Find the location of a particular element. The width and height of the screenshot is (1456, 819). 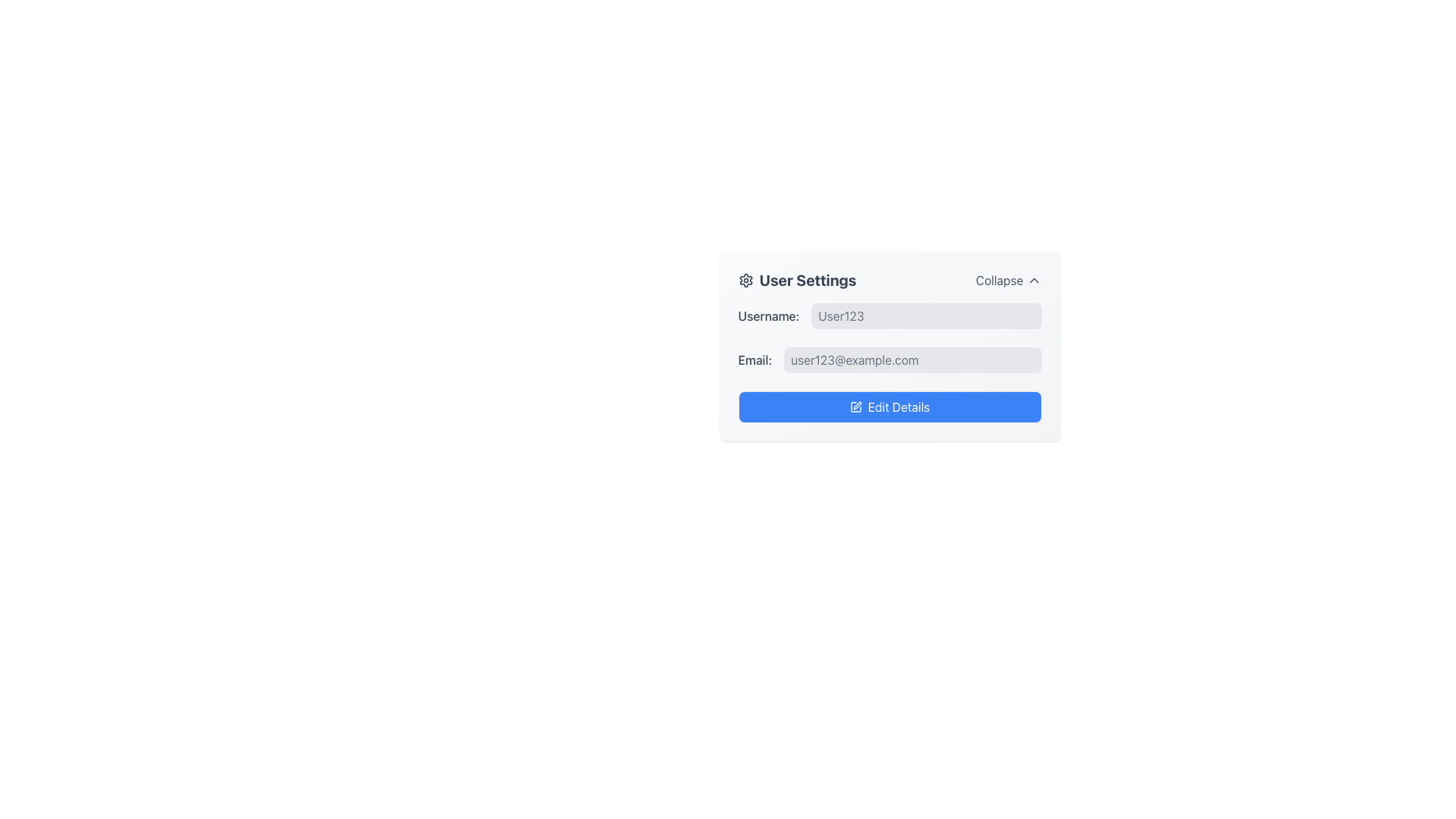

the read-only email input field labeled 'Email:' which displays the email address 'user123@example.com' is located at coordinates (890, 359).